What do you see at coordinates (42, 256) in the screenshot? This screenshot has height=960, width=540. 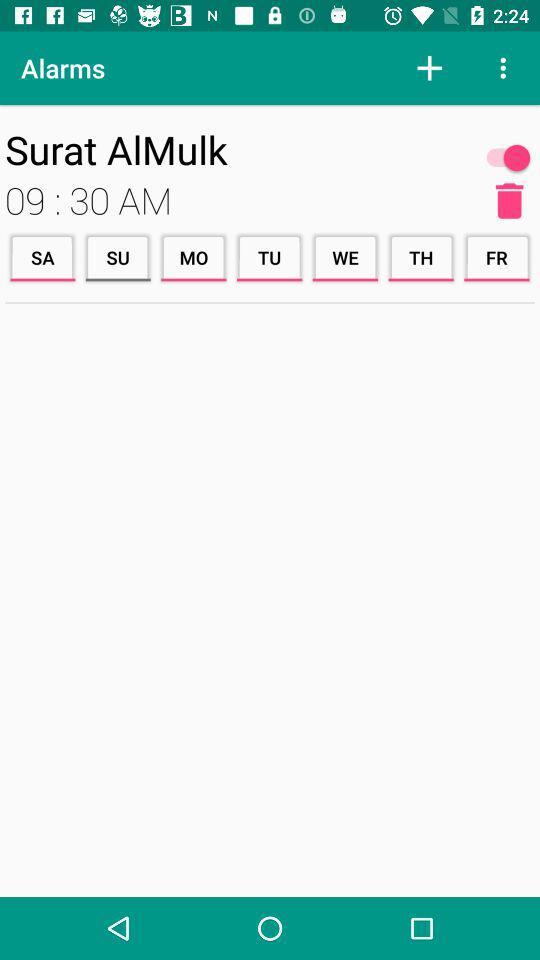 I see `sa` at bounding box center [42, 256].